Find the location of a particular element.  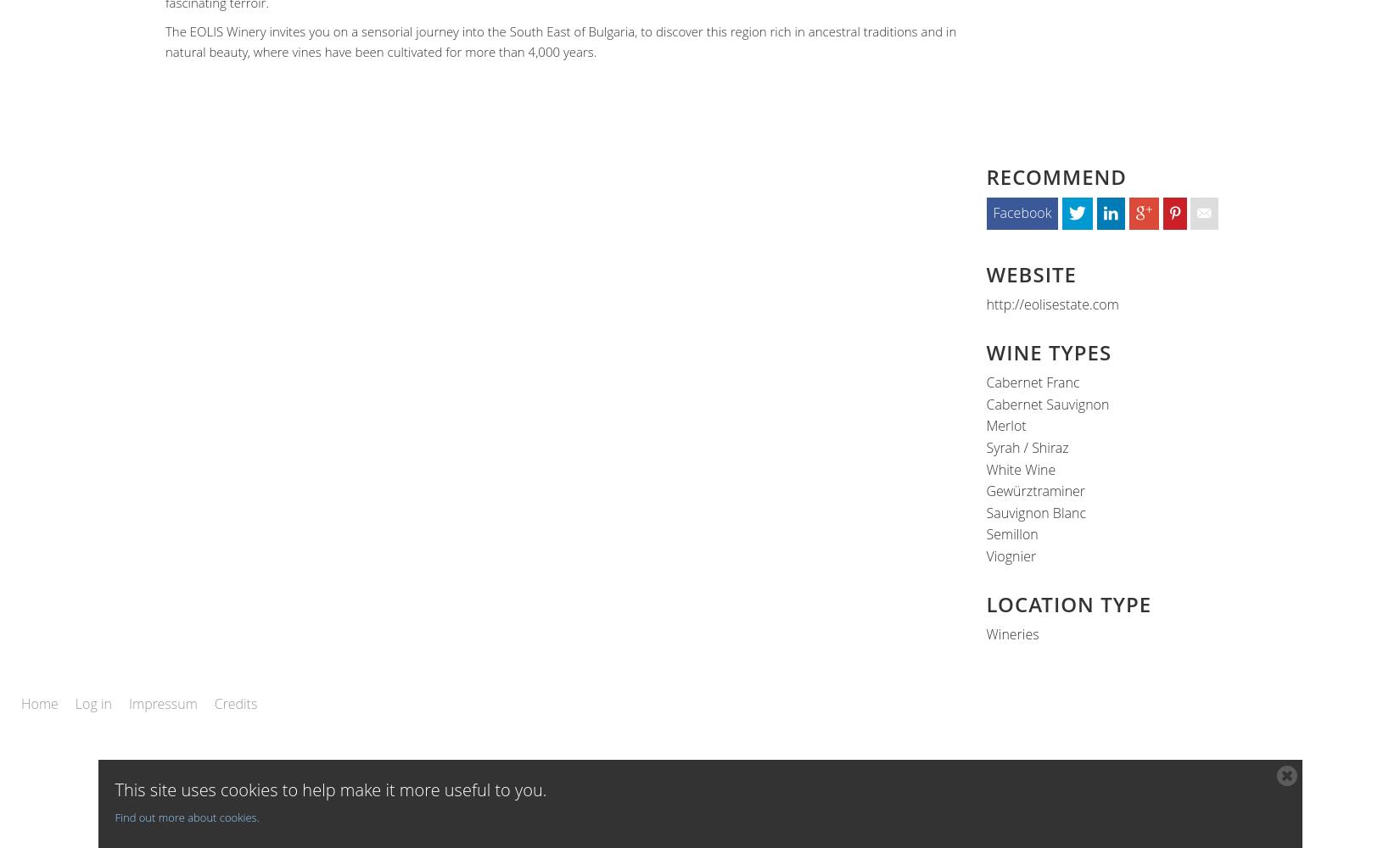

'Wineries' is located at coordinates (1011, 633).